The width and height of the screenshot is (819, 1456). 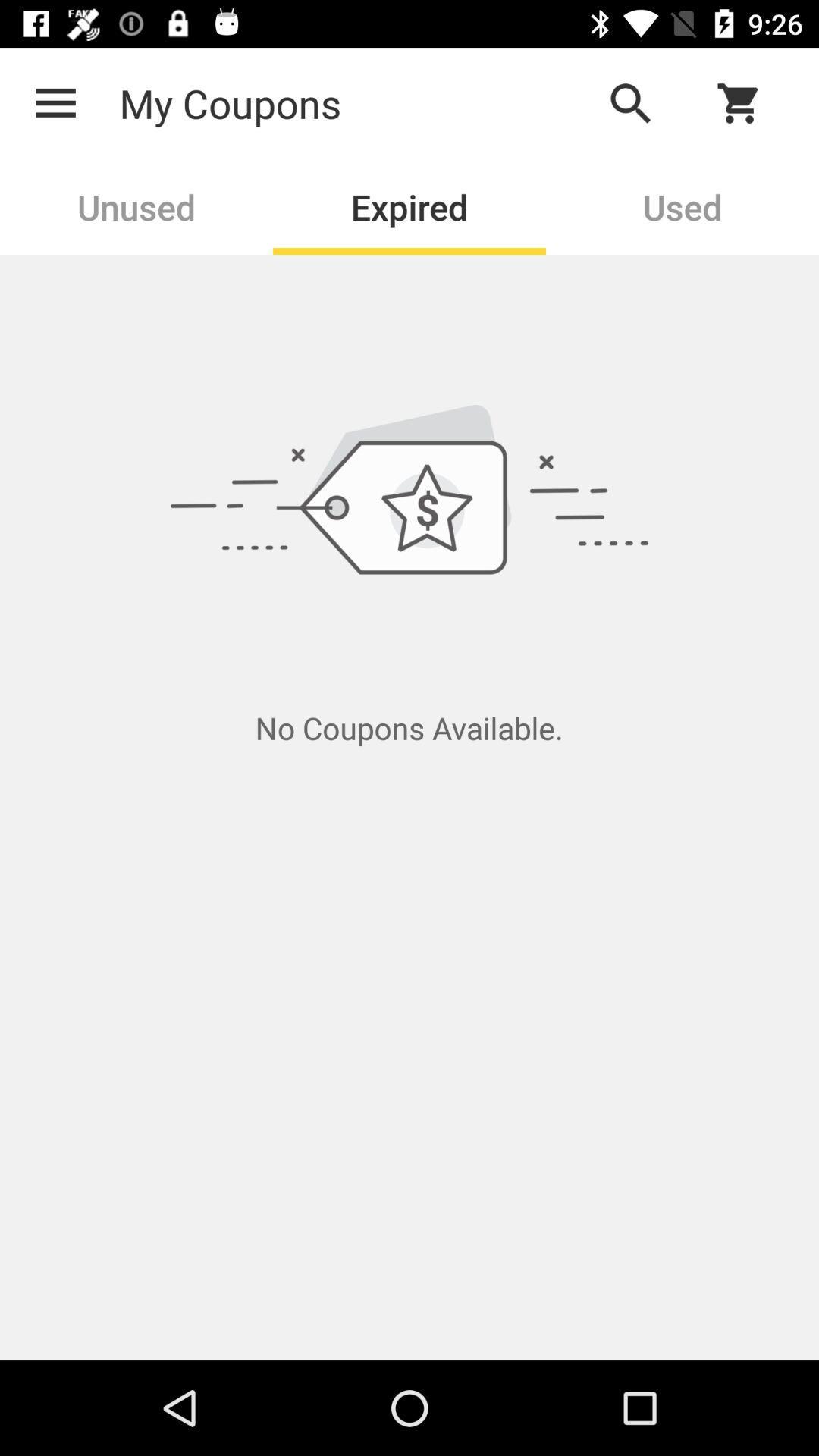 I want to click on check cart, so click(x=748, y=102).